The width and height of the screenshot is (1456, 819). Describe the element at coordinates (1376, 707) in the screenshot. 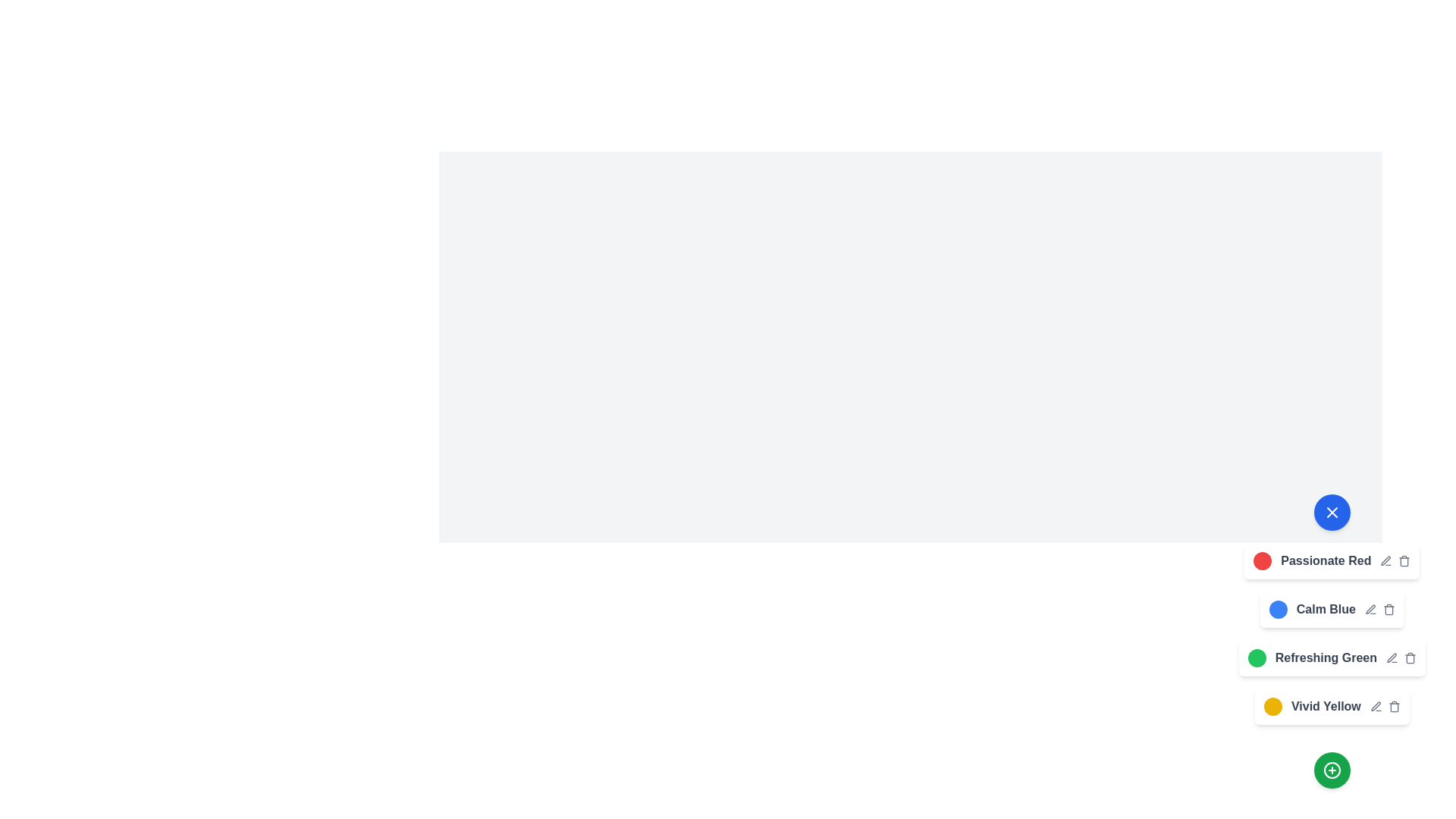

I see `edit button next to the color theme named Vivid Yellow` at that location.